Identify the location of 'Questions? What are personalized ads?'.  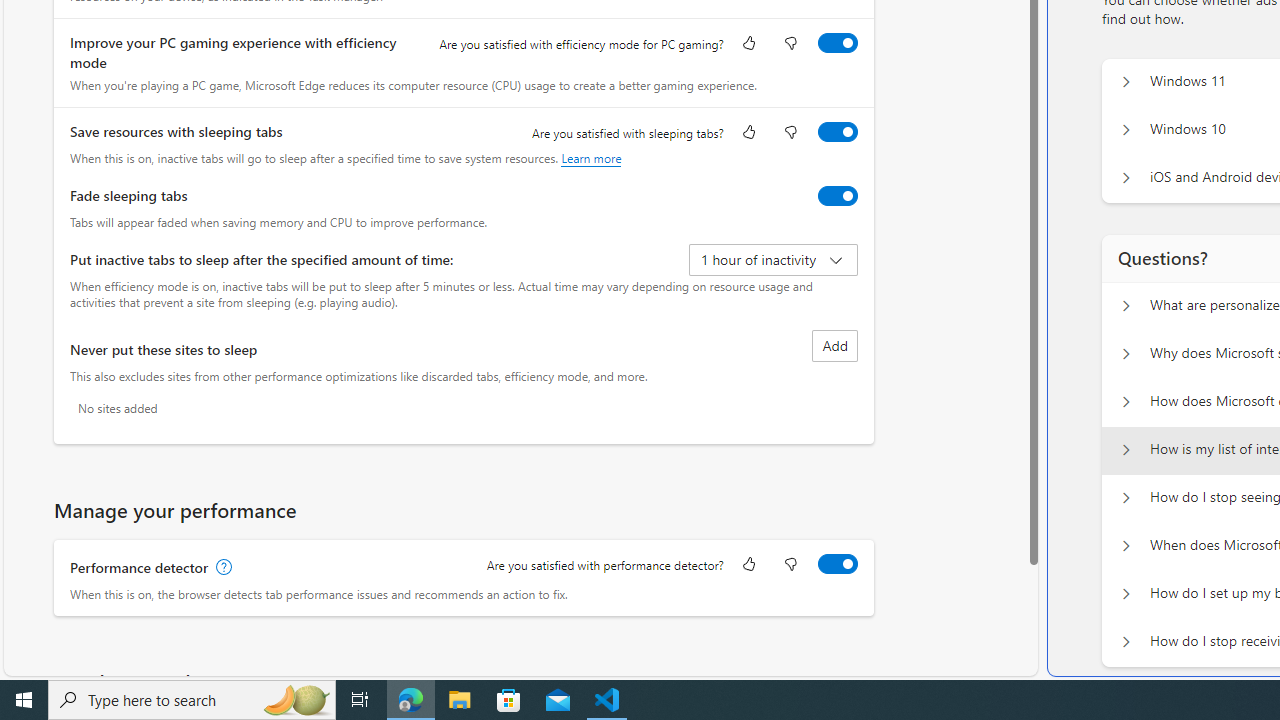
(1125, 306).